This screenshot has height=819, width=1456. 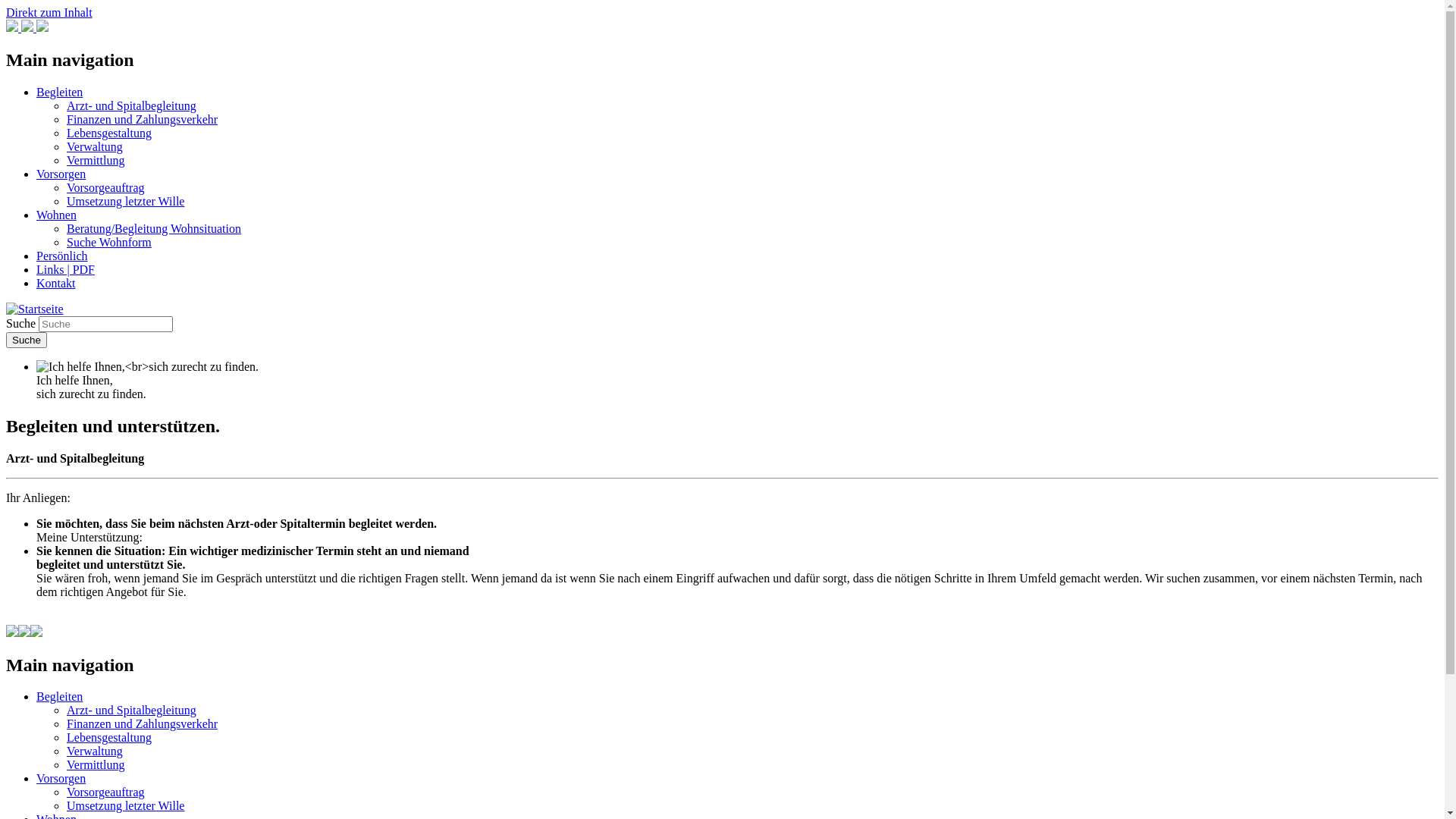 I want to click on 'Begleiten', so click(x=36, y=92).